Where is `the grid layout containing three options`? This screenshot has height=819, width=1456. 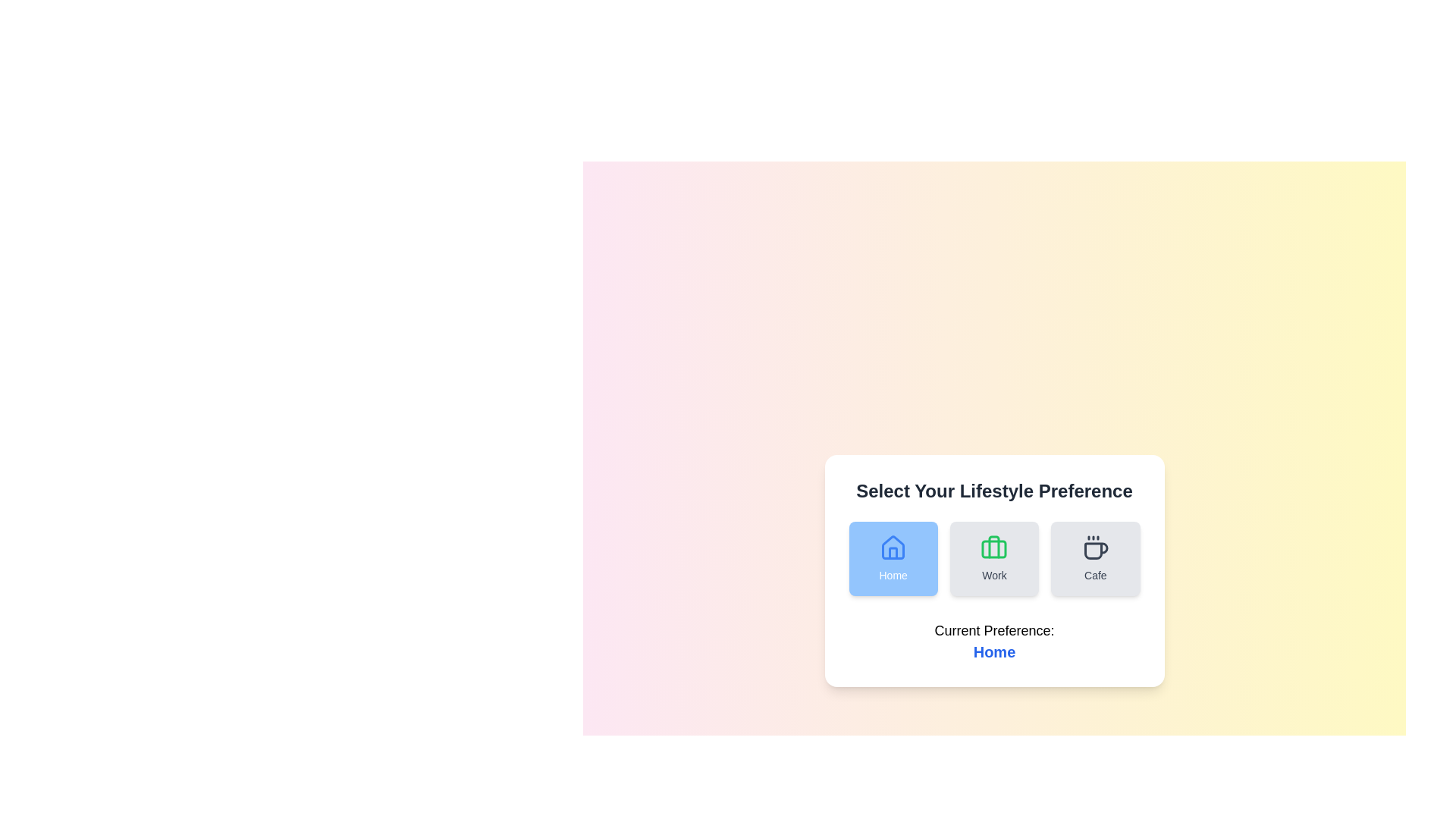 the grid layout containing three options is located at coordinates (994, 558).